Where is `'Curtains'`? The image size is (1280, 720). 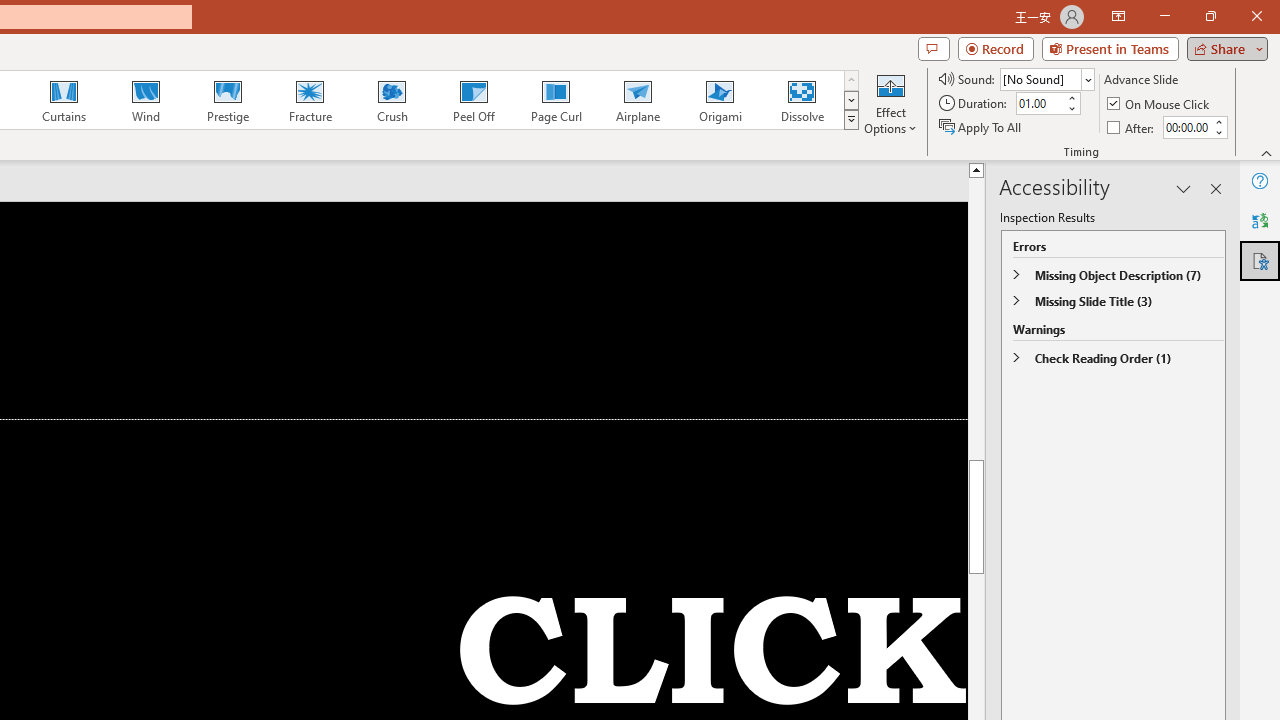 'Curtains' is located at coordinates (64, 100).